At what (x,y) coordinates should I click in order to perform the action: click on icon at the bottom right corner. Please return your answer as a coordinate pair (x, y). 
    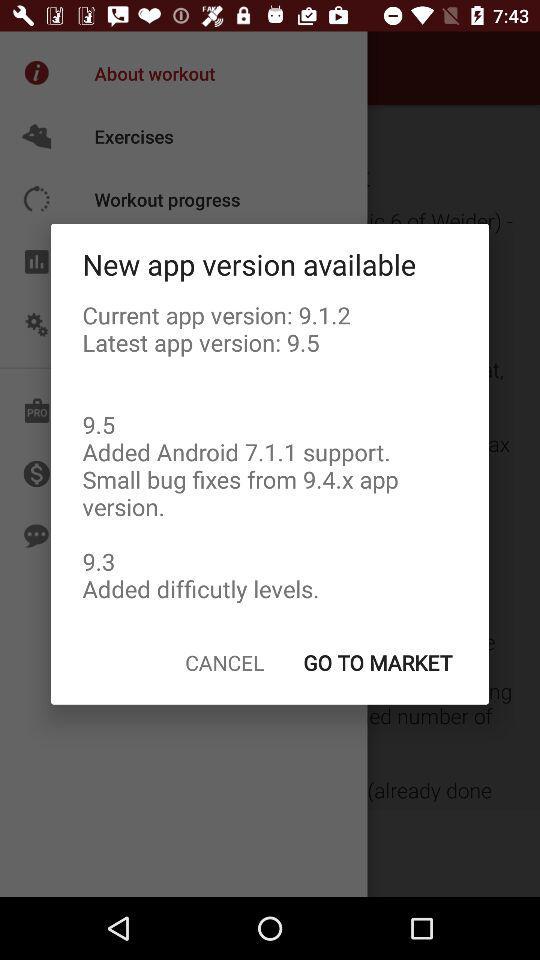
    Looking at the image, I should click on (377, 662).